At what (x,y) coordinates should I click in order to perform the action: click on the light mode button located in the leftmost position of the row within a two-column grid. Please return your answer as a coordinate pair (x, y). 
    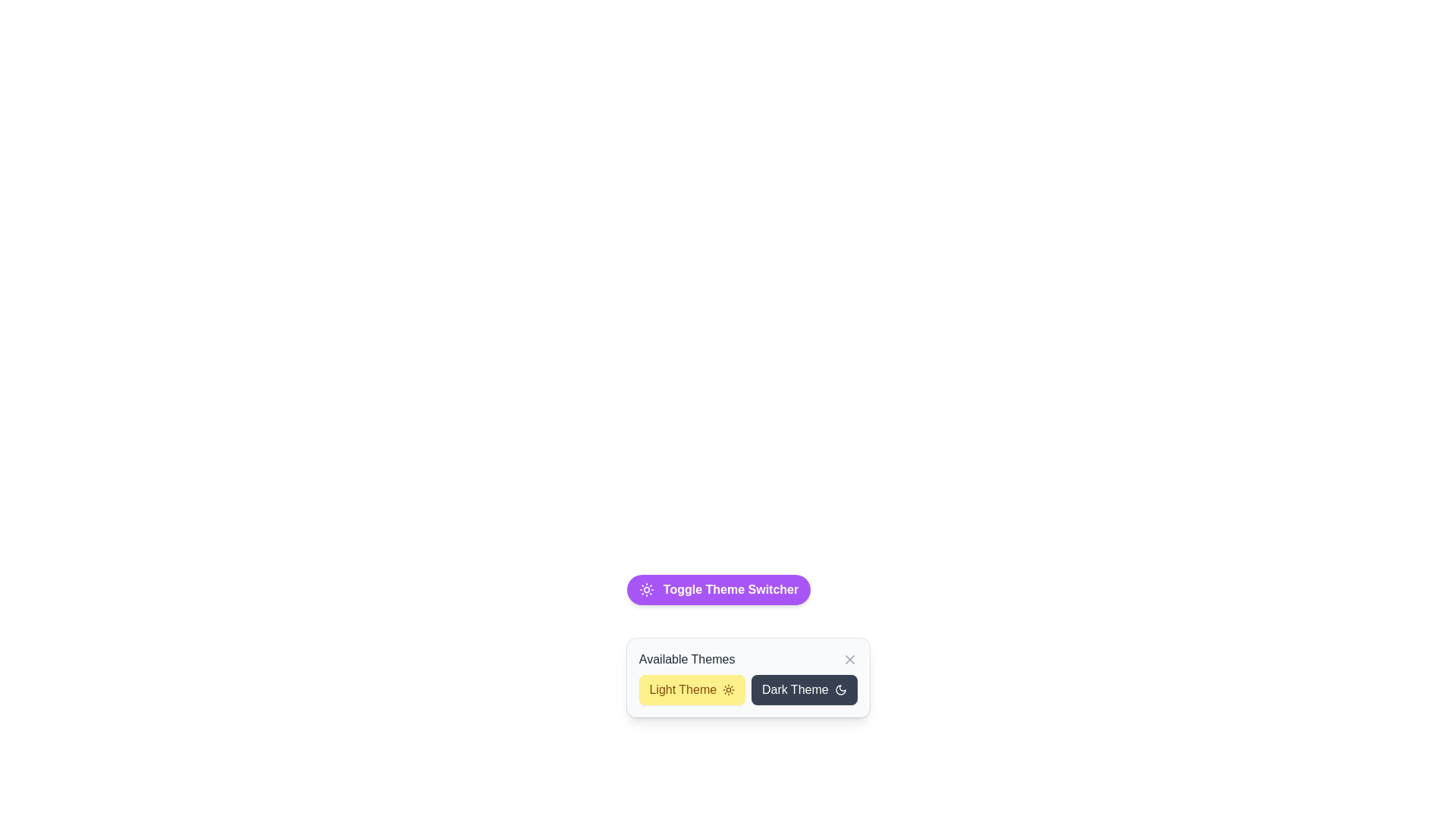
    Looking at the image, I should click on (691, 690).